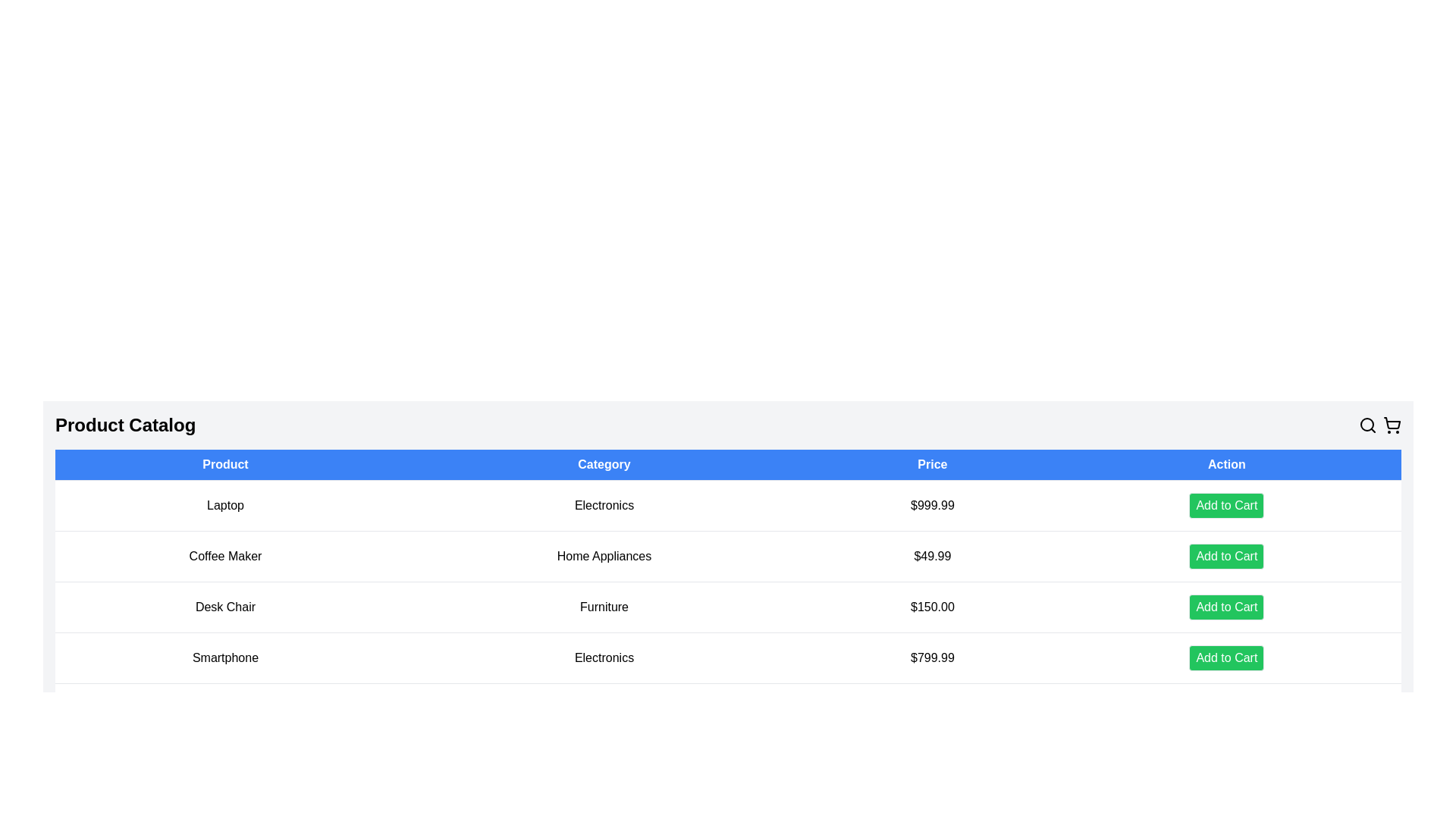 Image resolution: width=1456 pixels, height=819 pixels. What do you see at coordinates (728, 556) in the screenshot?
I see `the 'Coffee Maker' table row` at bounding box center [728, 556].